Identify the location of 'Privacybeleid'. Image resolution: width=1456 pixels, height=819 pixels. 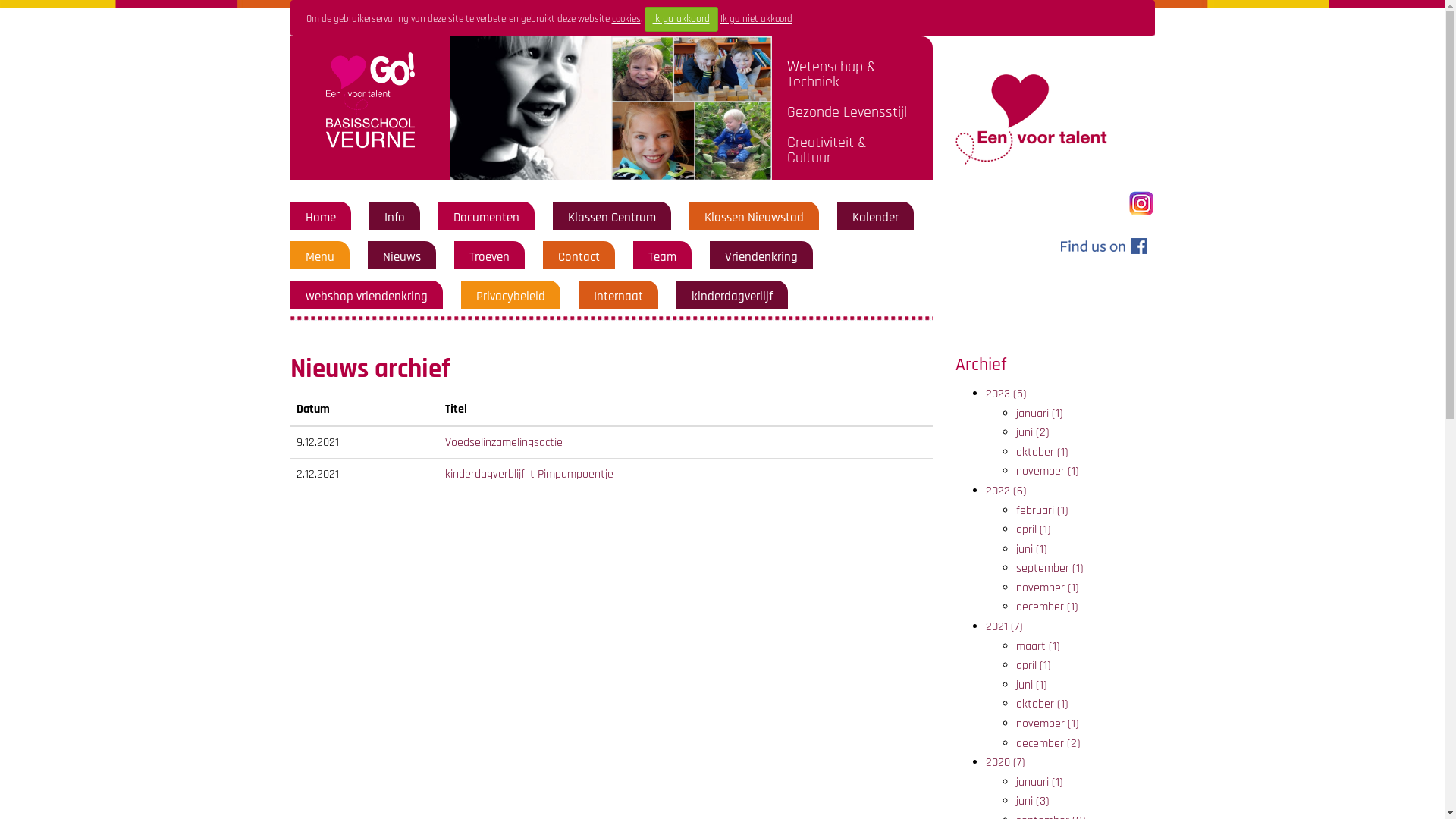
(510, 296).